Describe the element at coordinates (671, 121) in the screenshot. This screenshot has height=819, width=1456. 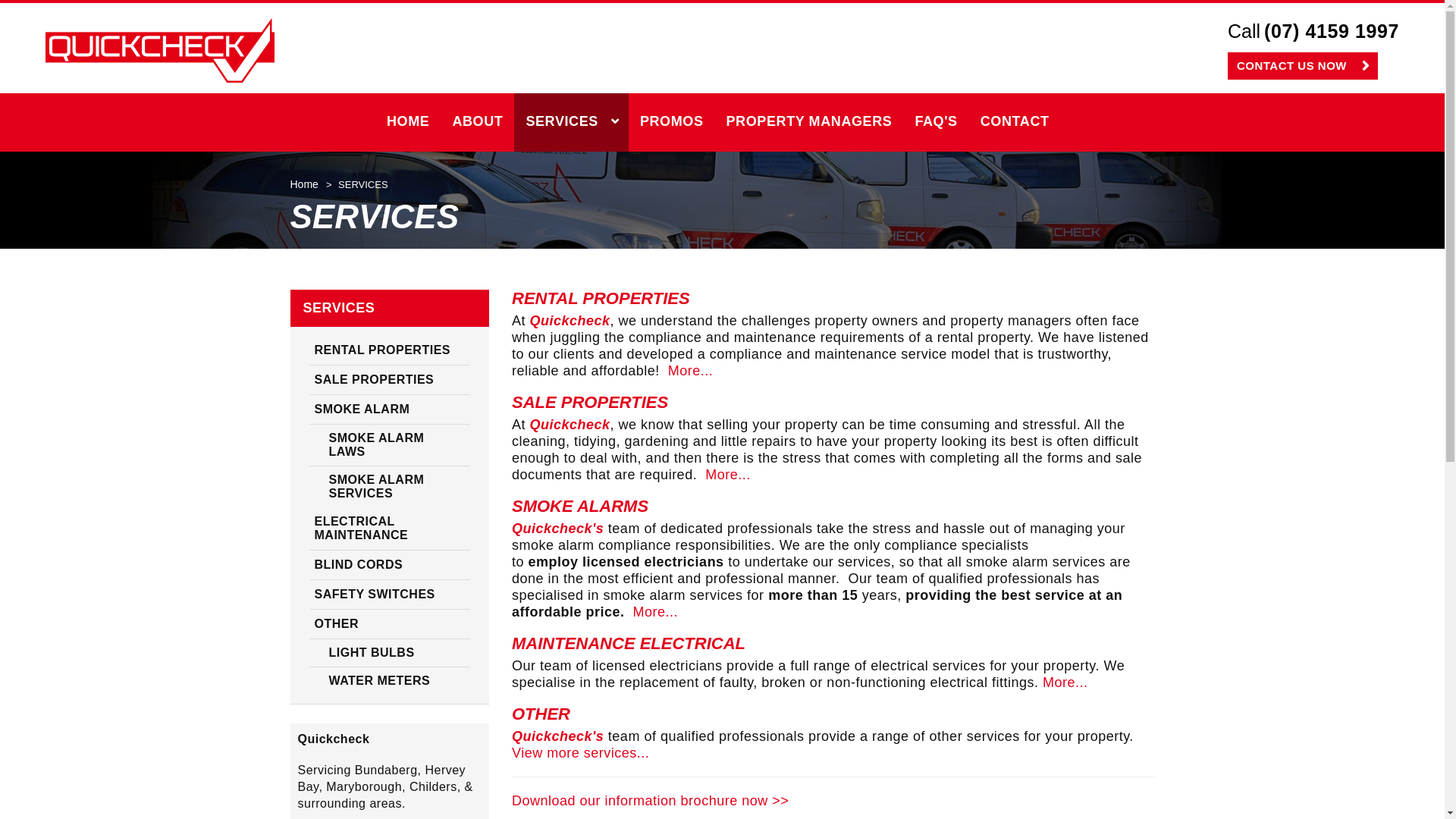
I see `'PROMOS'` at that location.